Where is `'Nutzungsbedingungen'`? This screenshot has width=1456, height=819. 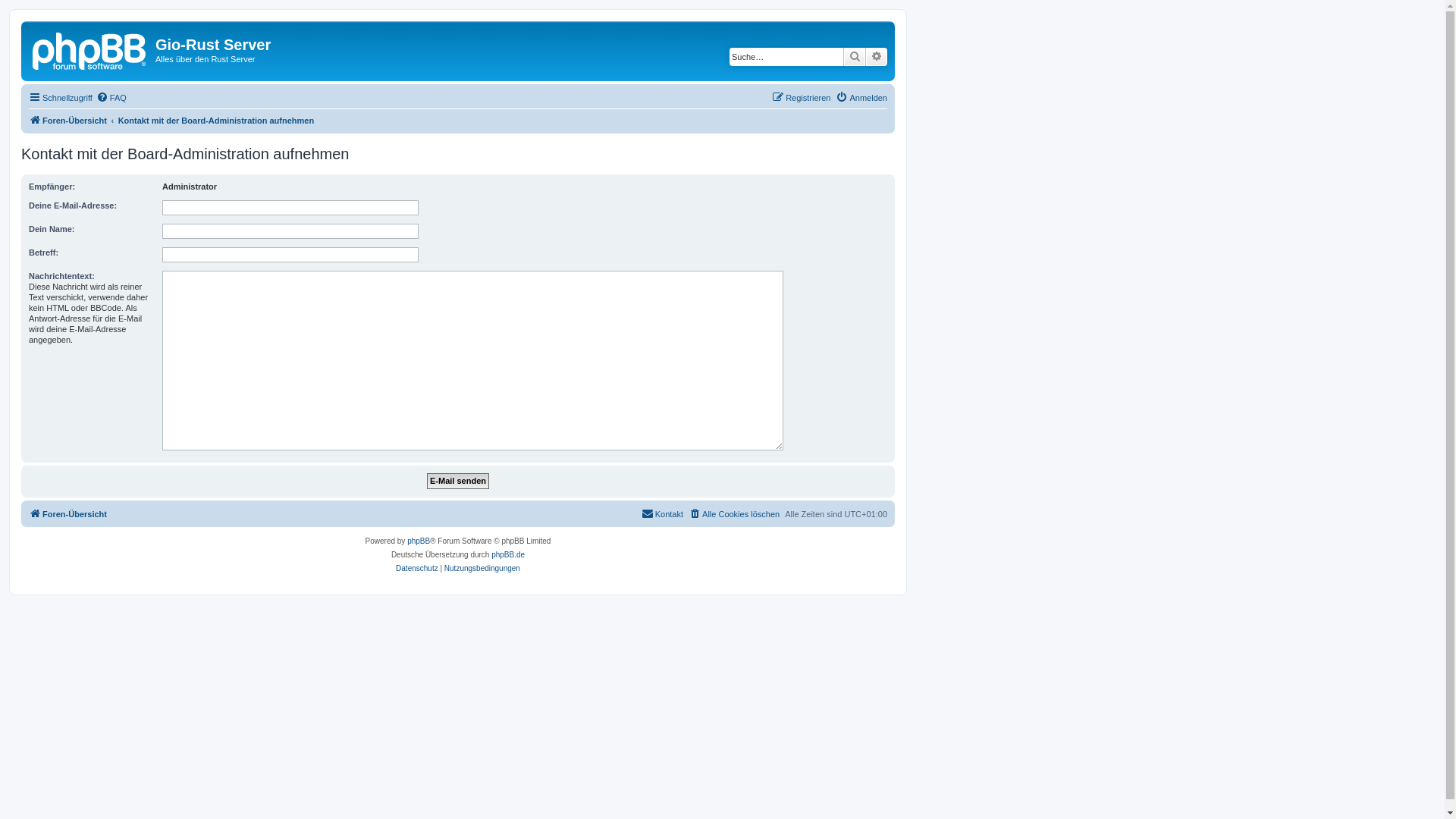
'Nutzungsbedingungen' is located at coordinates (482, 568).